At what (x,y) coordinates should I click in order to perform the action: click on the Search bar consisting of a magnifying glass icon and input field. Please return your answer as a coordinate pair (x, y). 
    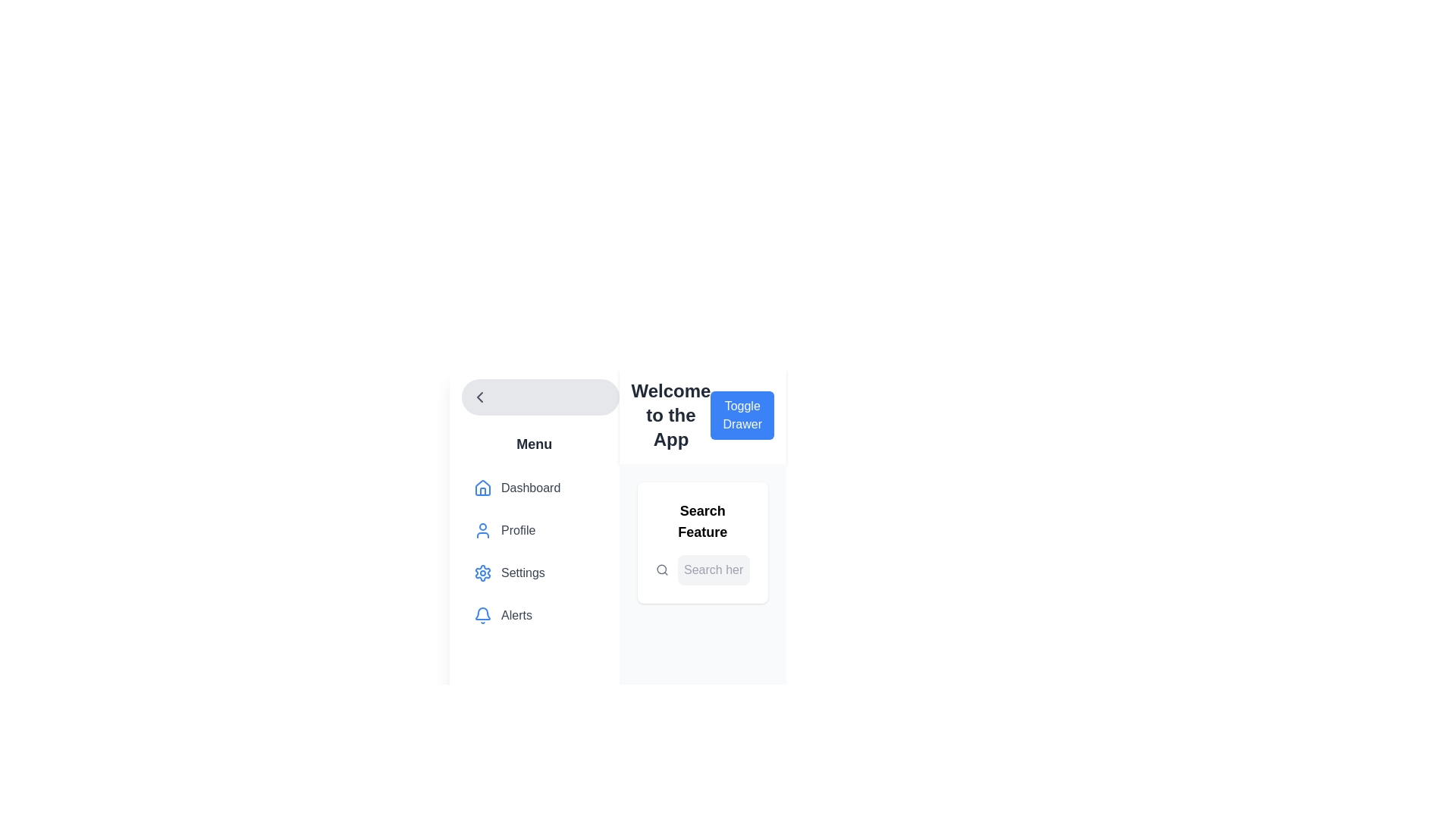
    Looking at the image, I should click on (701, 570).